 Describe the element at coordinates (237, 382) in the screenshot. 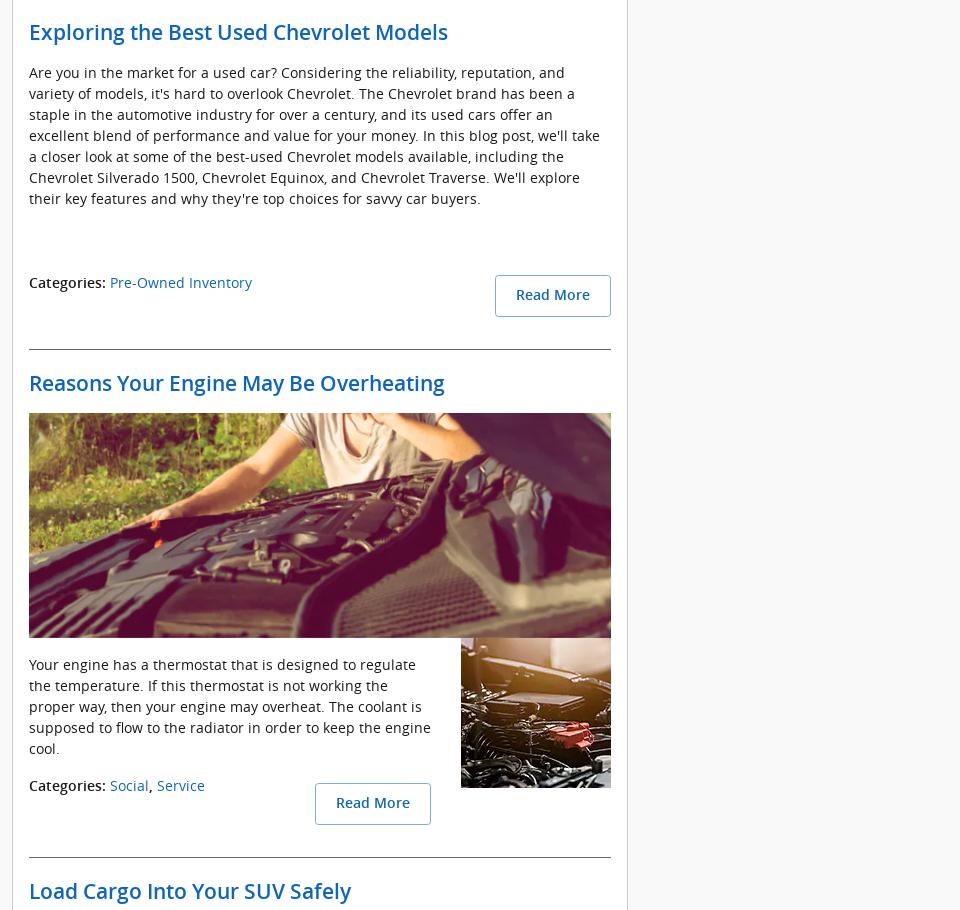

I see `'Reasons Your Engine May Be Overheating'` at that location.